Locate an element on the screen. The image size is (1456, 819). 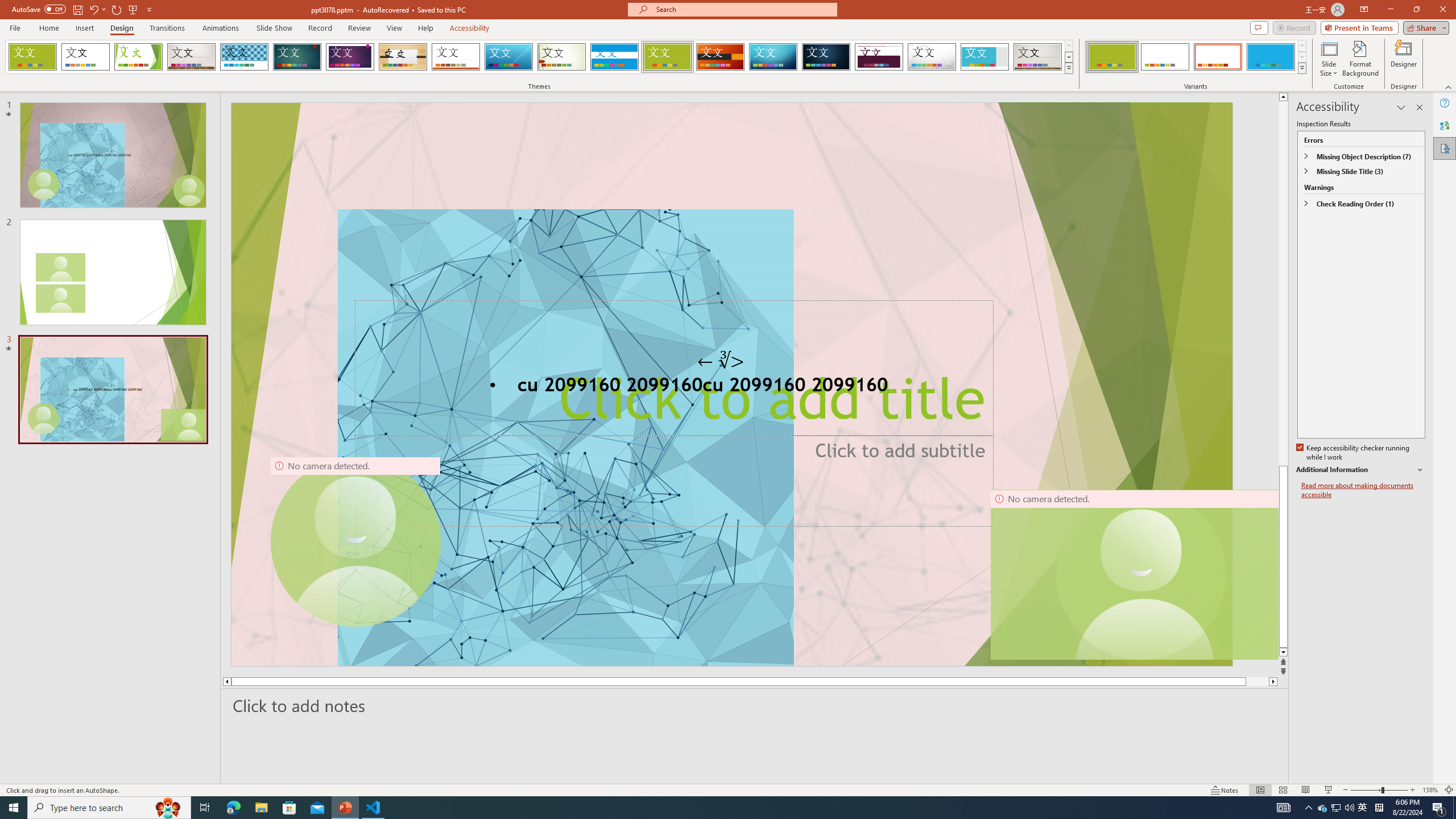
'Slice' is located at coordinates (508, 56).